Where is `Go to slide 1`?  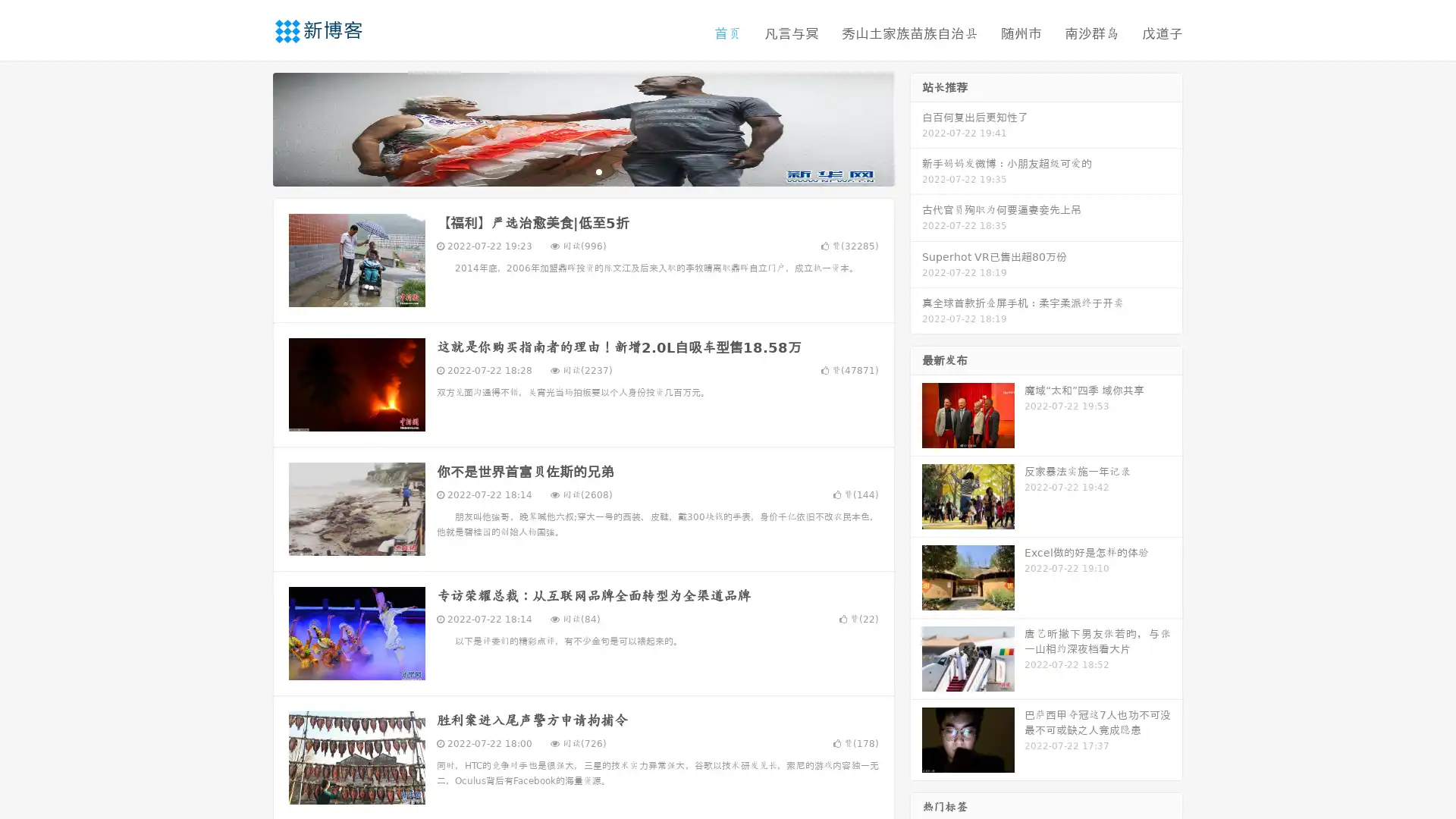 Go to slide 1 is located at coordinates (567, 171).